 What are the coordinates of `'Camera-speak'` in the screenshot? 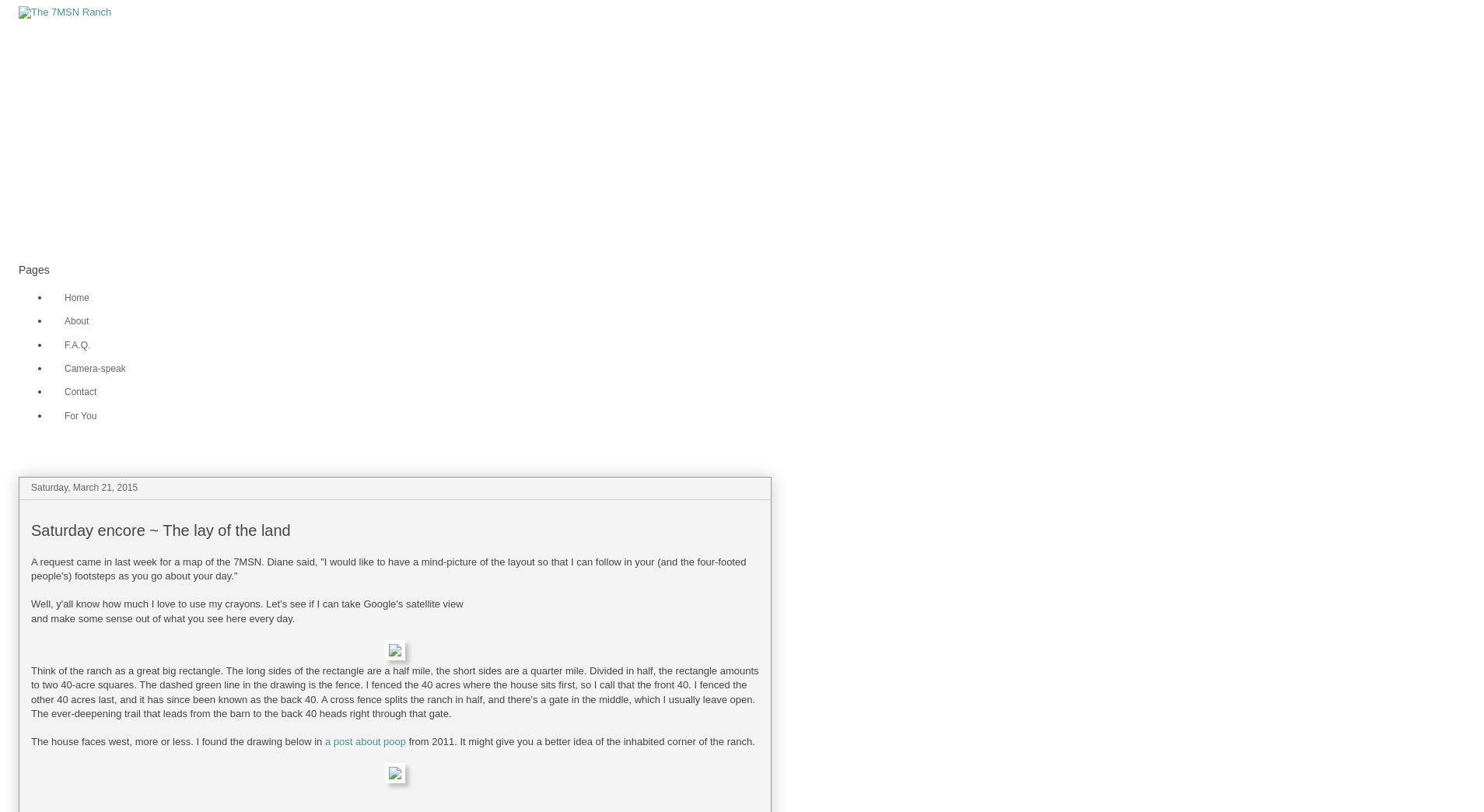 It's located at (93, 368).